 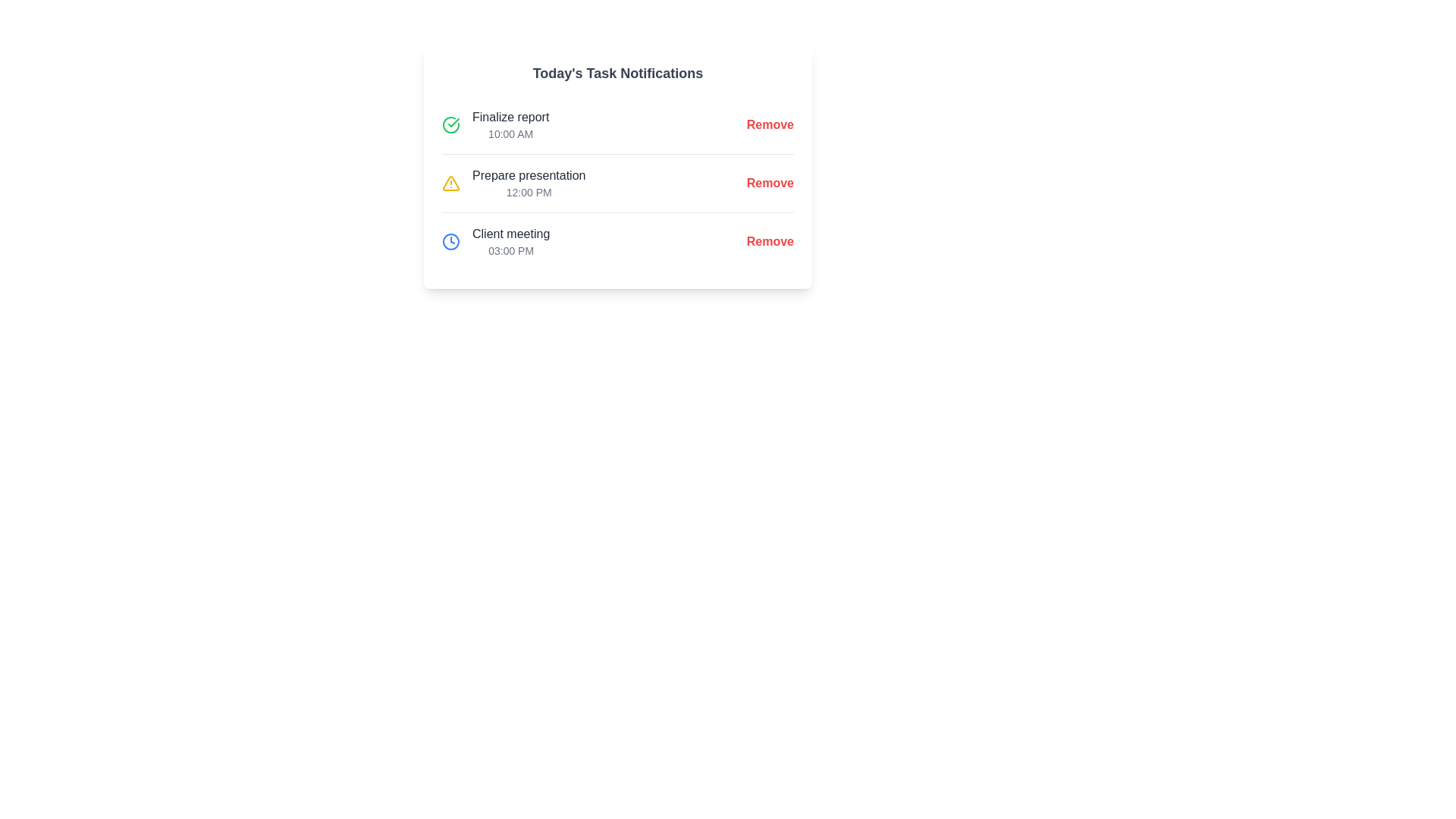 I want to click on the Label displaying '12:00 PM', which is a smaller, gray-colored text located below 'Prepare presentation' and to the left of the 'Remove' button, so click(x=529, y=192).